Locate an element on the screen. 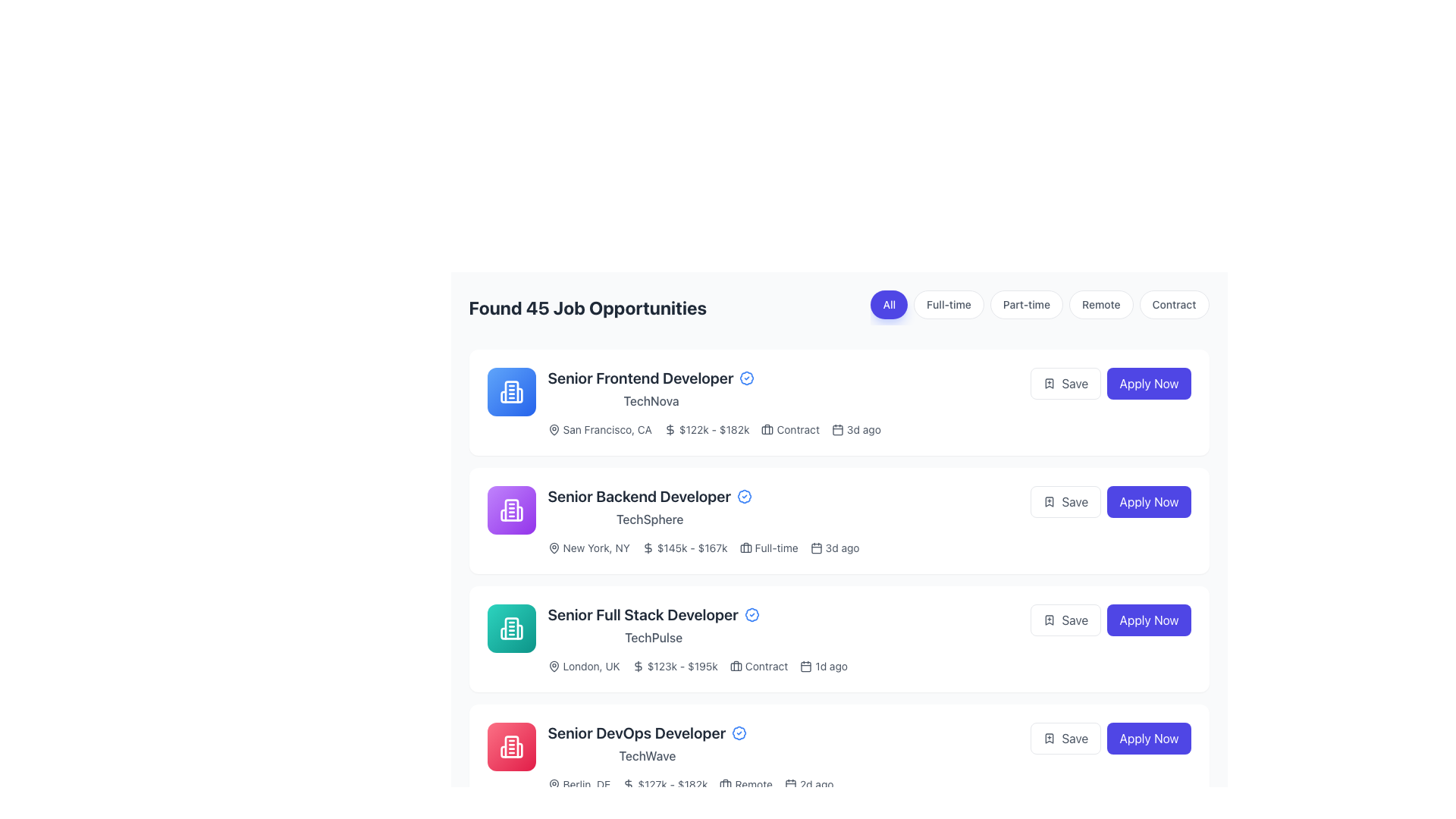 This screenshot has width=1456, height=819. the 'Apply Now' button with a blue background and white text, located to the right of the 'Save' button in the job listing for 'Senior Full Stack Developer' at 'TechPulse' is located at coordinates (1110, 620).